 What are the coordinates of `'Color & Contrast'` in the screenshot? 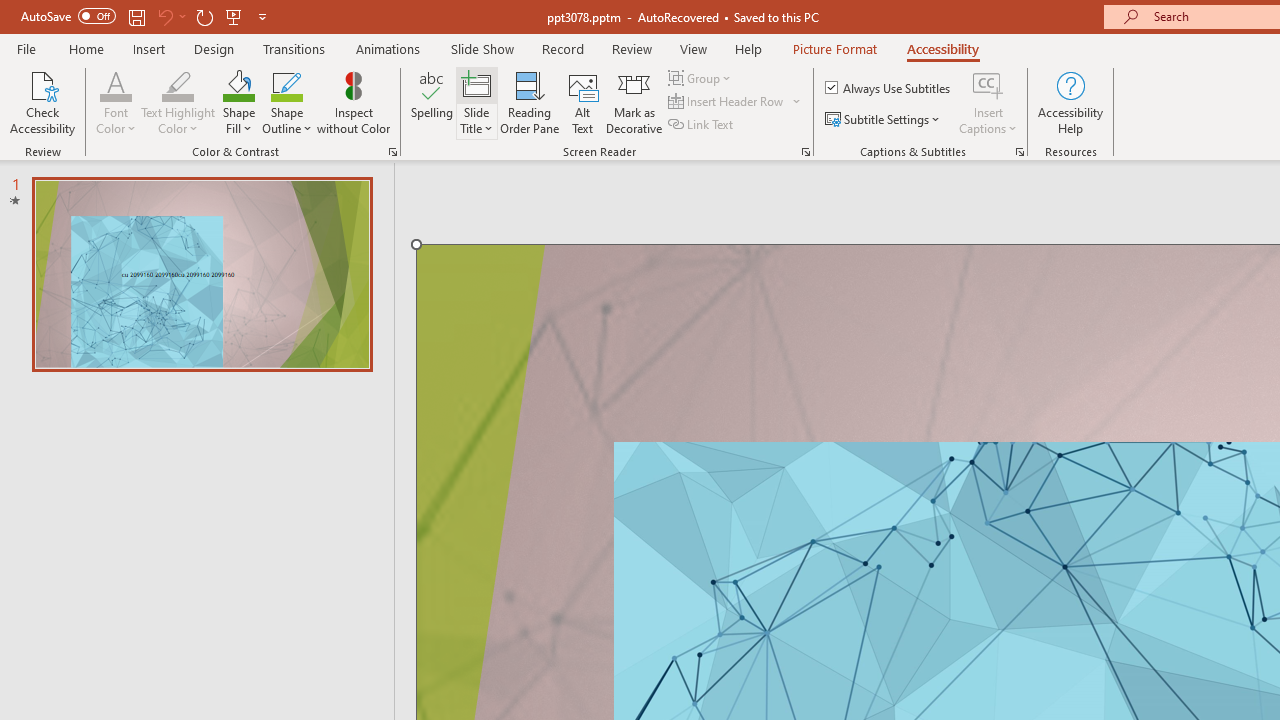 It's located at (392, 150).